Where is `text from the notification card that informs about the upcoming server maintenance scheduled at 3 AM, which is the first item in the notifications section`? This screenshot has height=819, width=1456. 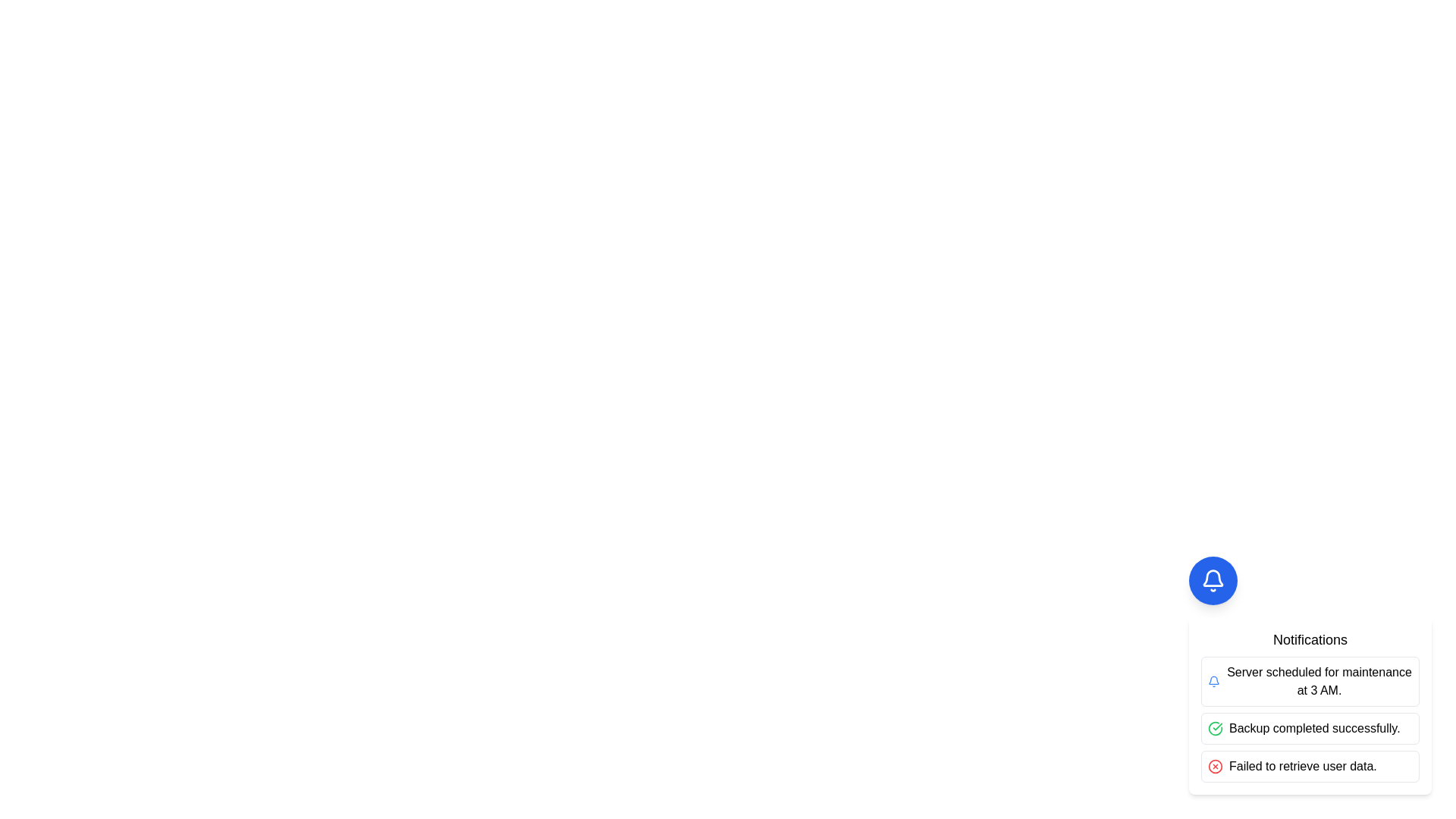 text from the notification card that informs about the upcoming server maintenance scheduled at 3 AM, which is the first item in the notifications section is located at coordinates (1310, 680).